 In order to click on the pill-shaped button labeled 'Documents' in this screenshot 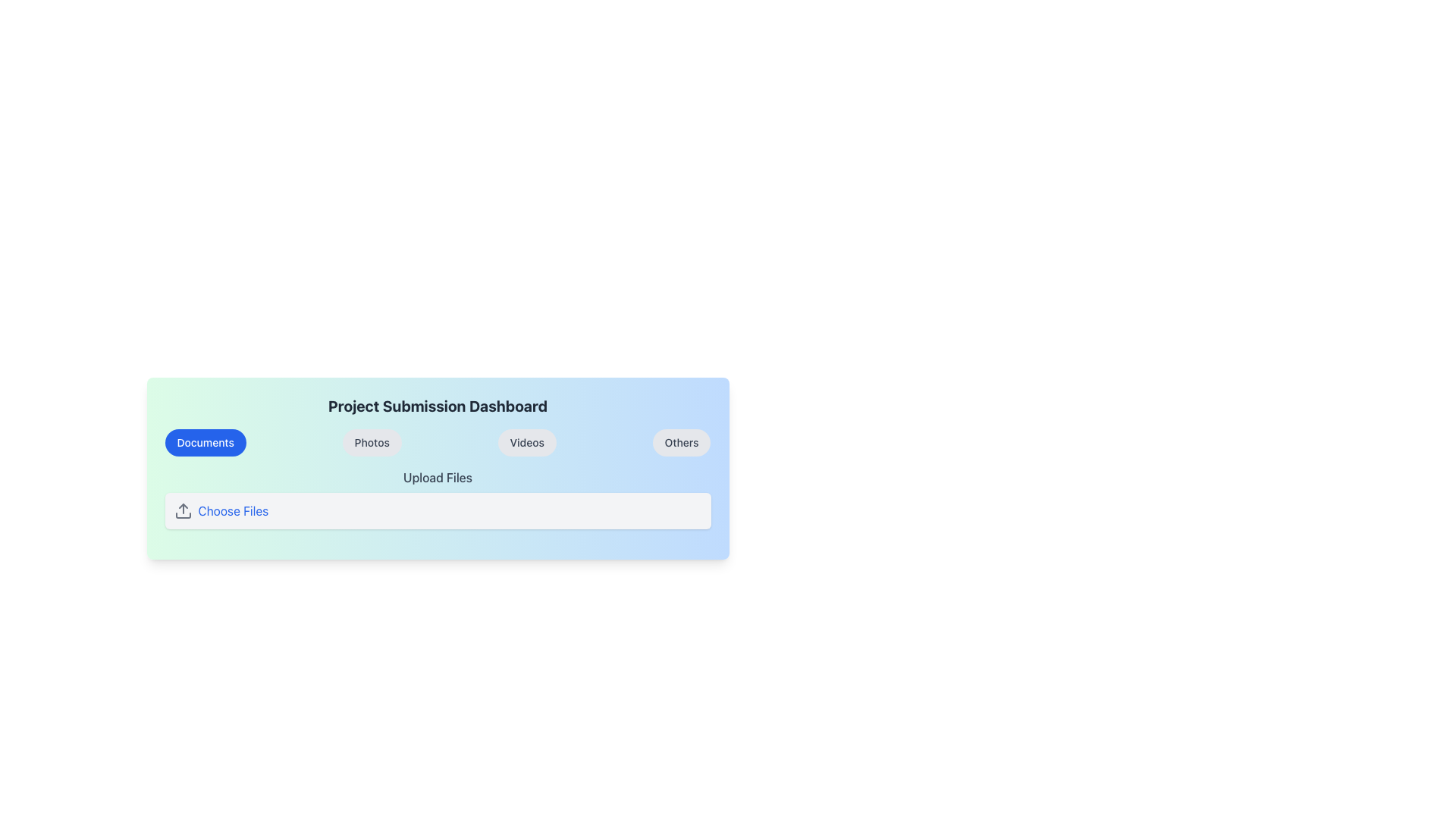, I will do `click(205, 442)`.